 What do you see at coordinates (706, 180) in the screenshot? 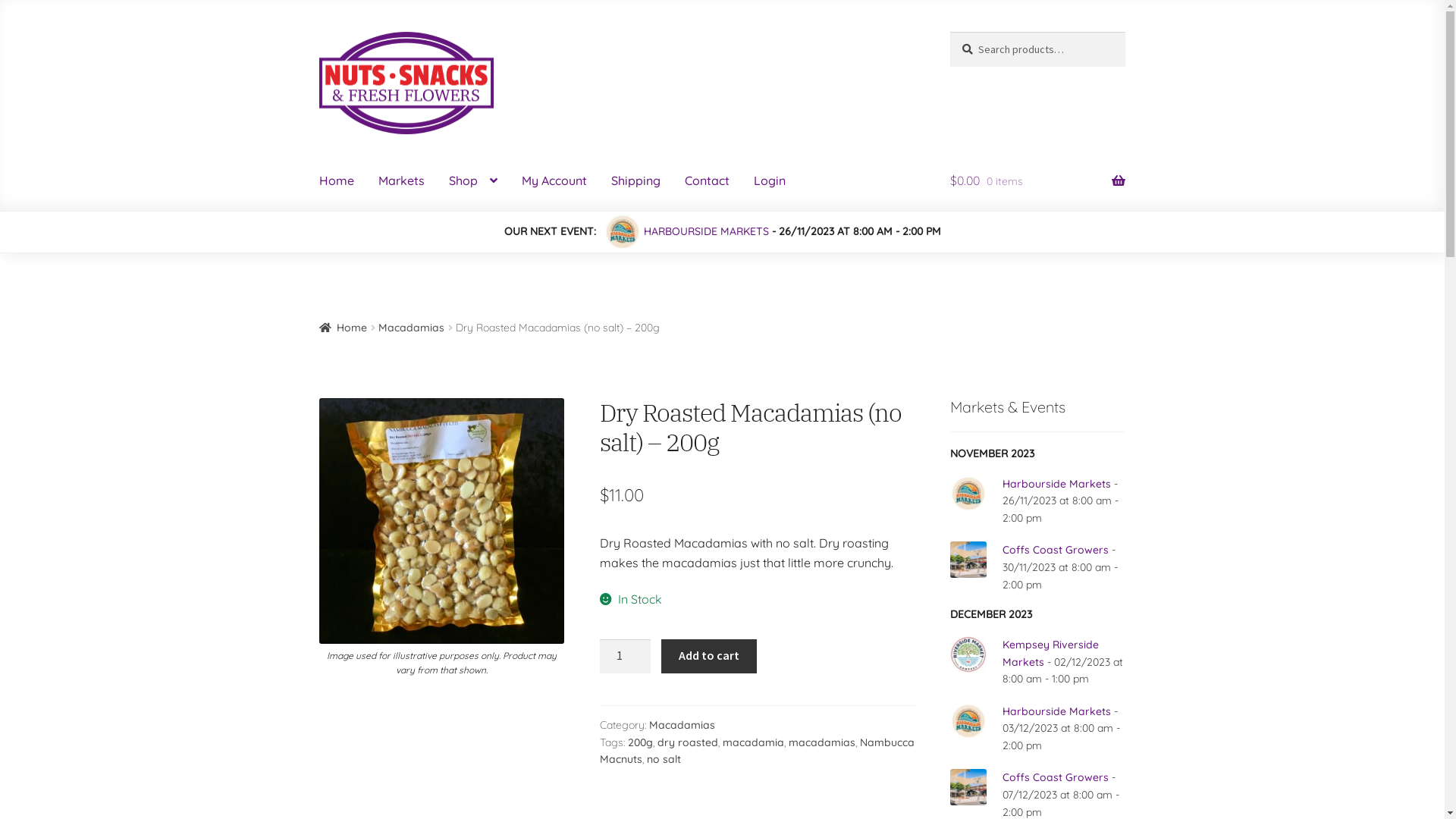
I see `'Contact'` at bounding box center [706, 180].